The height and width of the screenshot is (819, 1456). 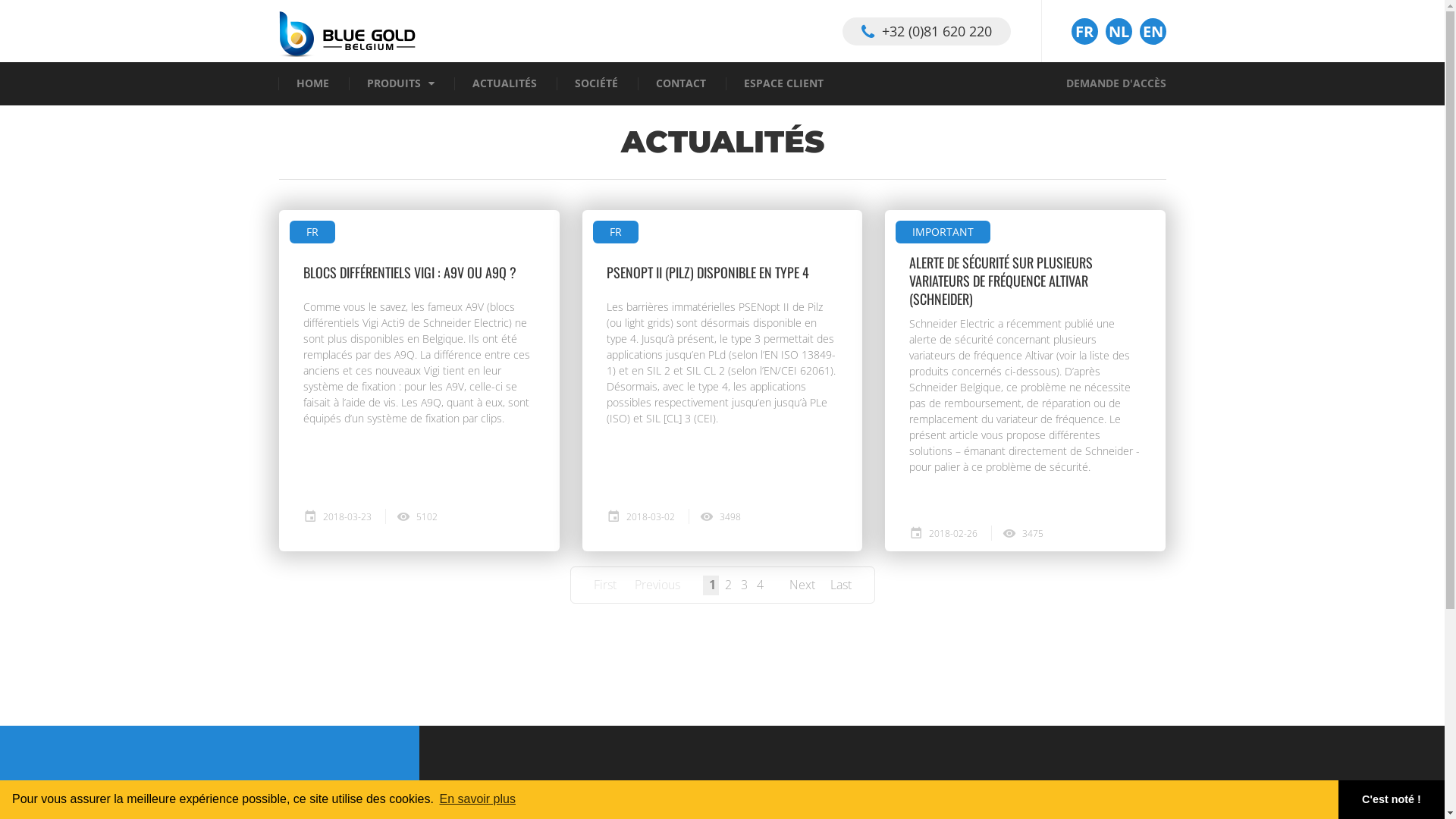 What do you see at coordinates (924, 30) in the screenshot?
I see `'+32 (0)81 620 220'` at bounding box center [924, 30].